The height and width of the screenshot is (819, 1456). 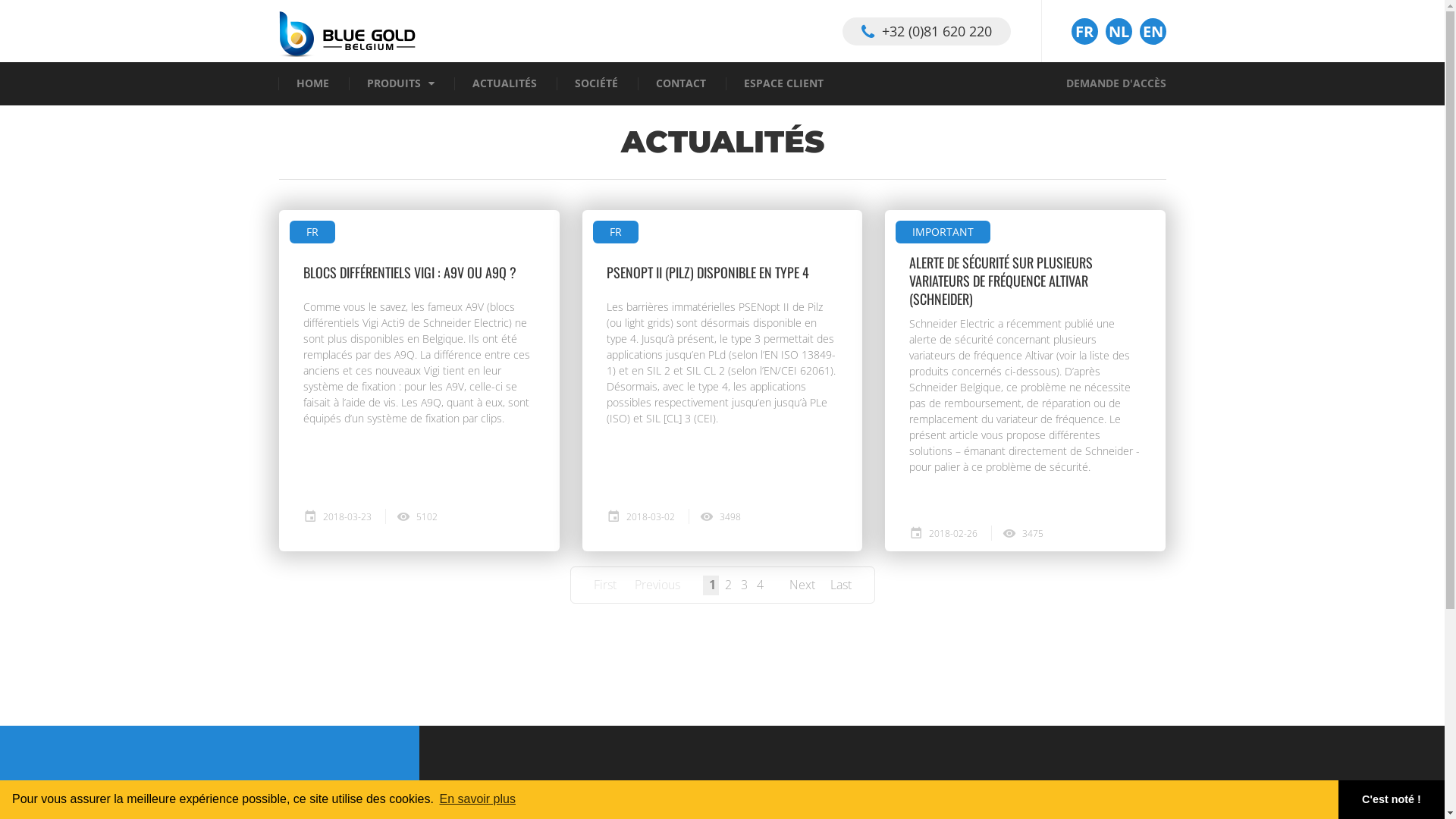 What do you see at coordinates (924, 30) in the screenshot?
I see `'+32 (0)81 620 220'` at bounding box center [924, 30].